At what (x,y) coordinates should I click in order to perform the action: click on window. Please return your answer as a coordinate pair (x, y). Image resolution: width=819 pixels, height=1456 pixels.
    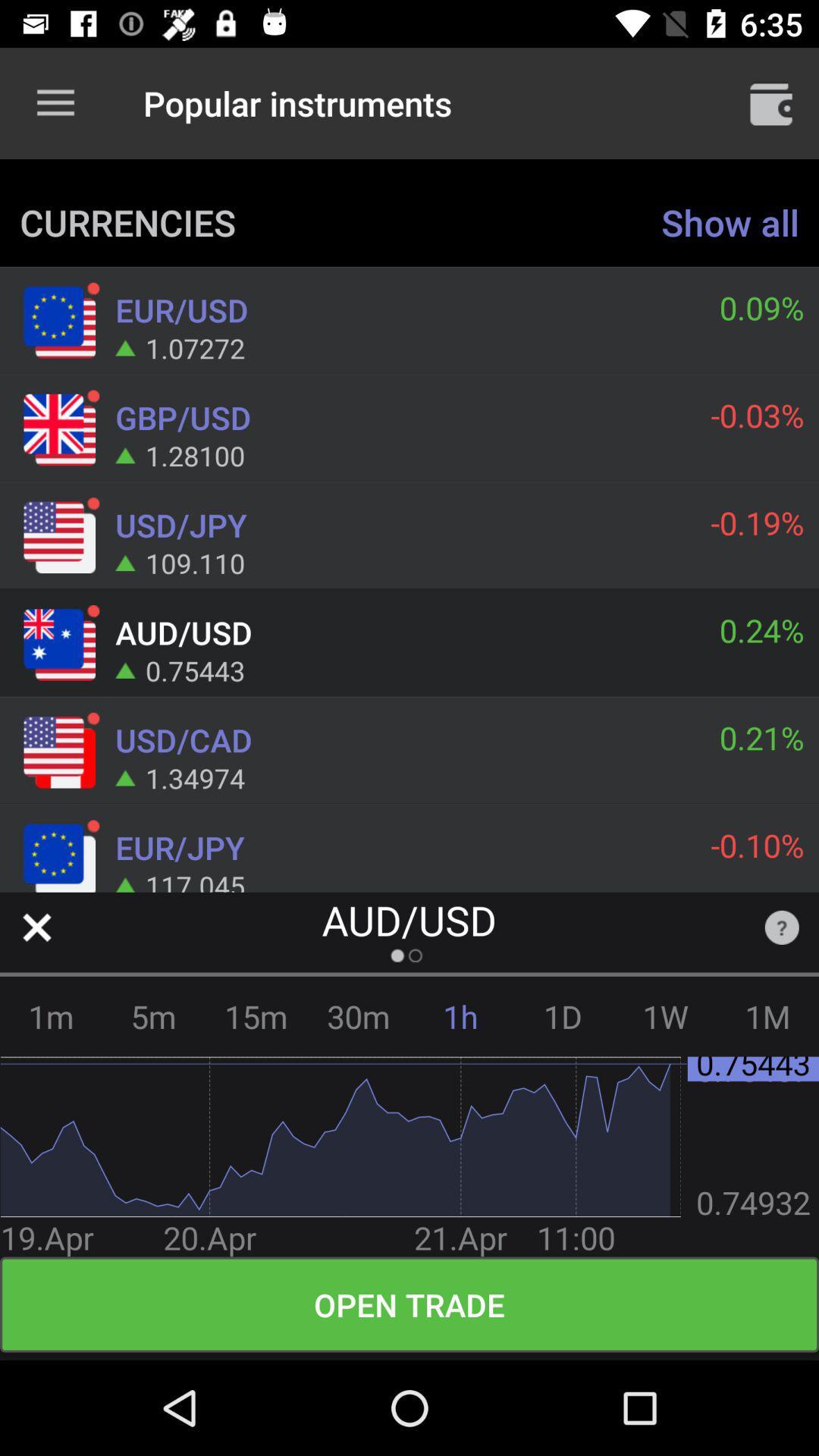
    Looking at the image, I should click on (36, 927).